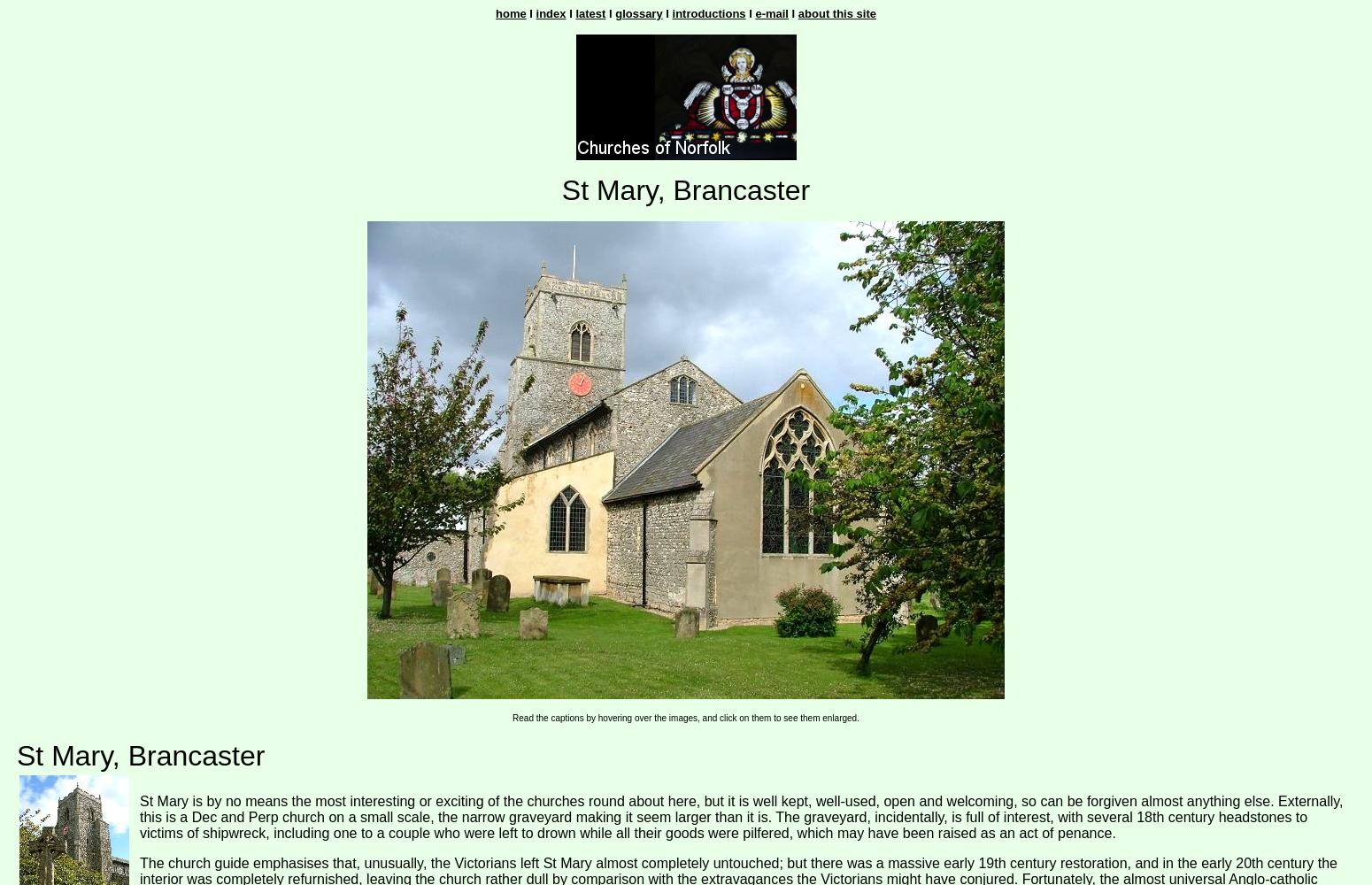  What do you see at coordinates (771, 13) in the screenshot?
I see `'e-mail'` at bounding box center [771, 13].